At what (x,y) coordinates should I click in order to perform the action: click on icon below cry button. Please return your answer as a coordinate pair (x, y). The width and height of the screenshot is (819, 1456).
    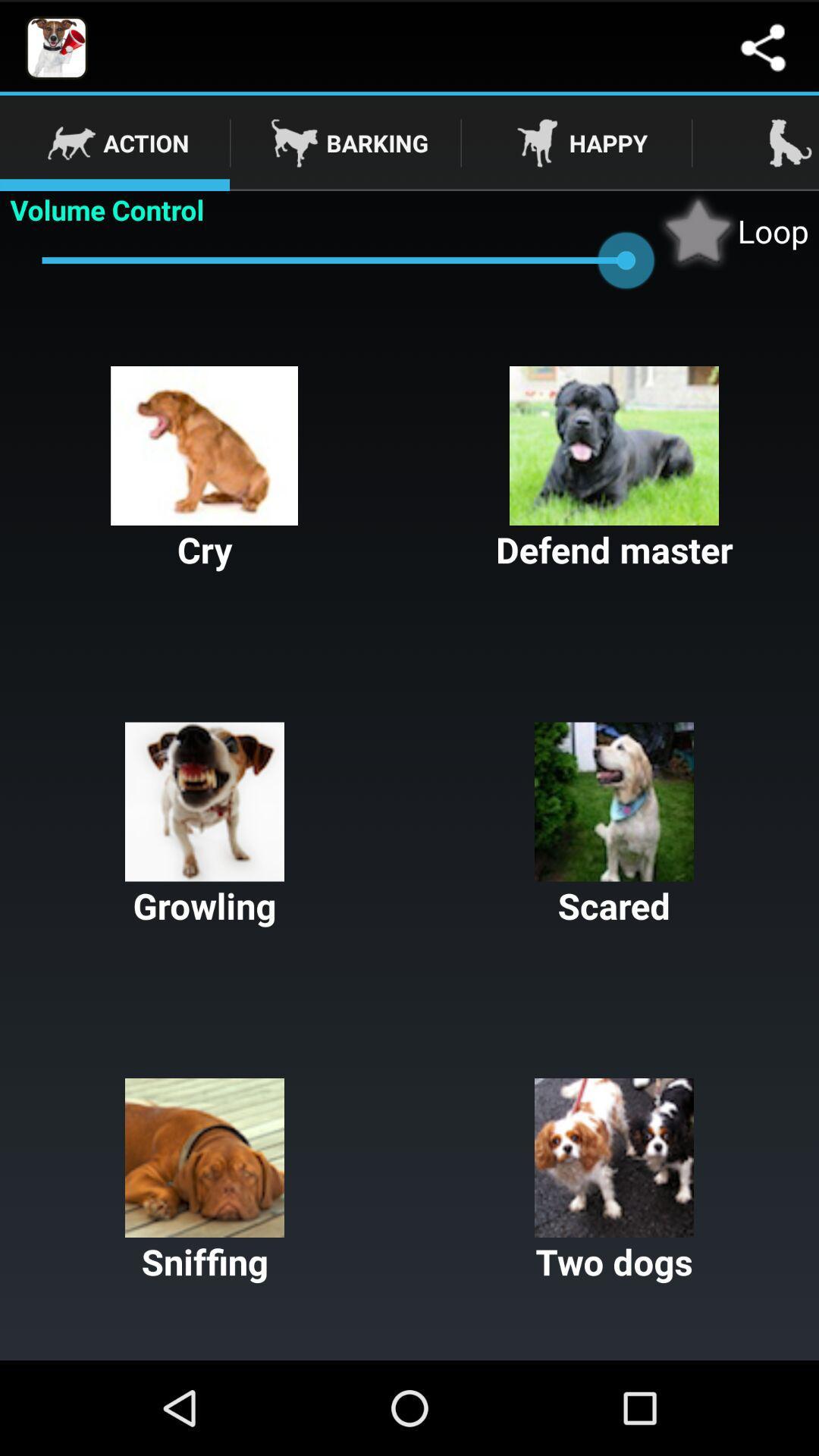
    Looking at the image, I should click on (205, 825).